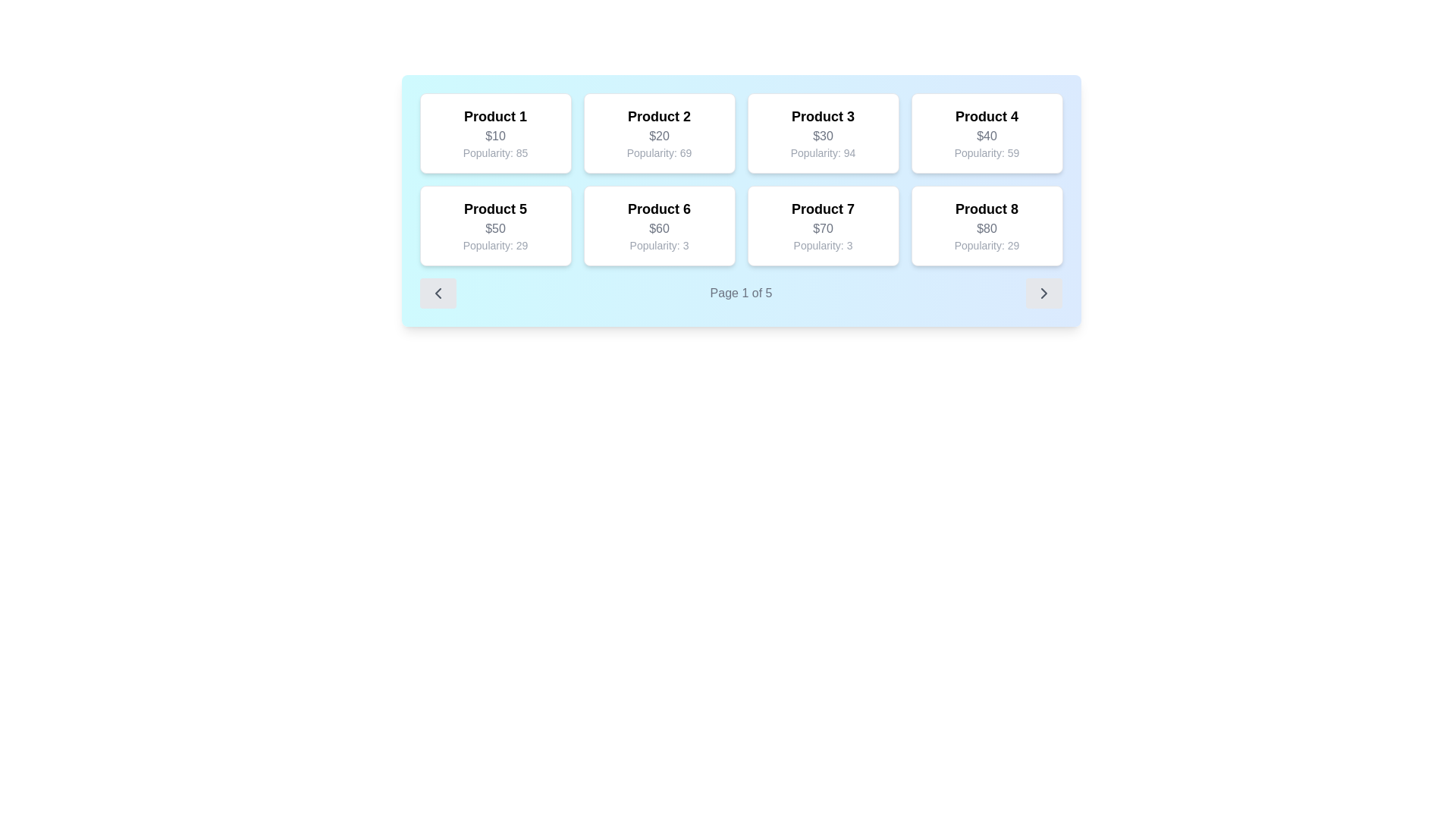 The width and height of the screenshot is (1456, 819). What do you see at coordinates (1043, 293) in the screenshot?
I see `the rightmost Icon button with a graphical chevron icon` at bounding box center [1043, 293].